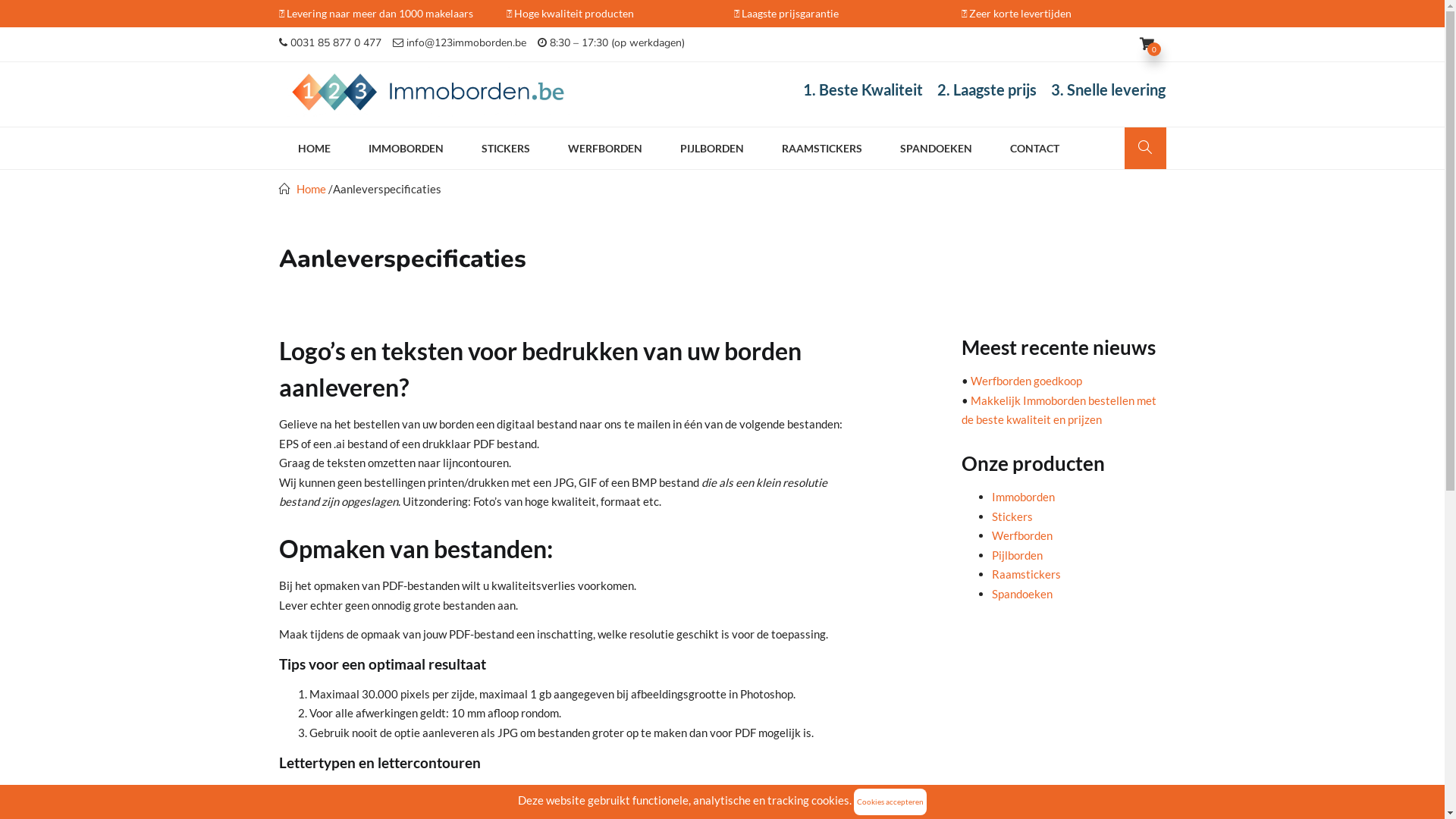  I want to click on 'CONTACT', so click(1033, 148).